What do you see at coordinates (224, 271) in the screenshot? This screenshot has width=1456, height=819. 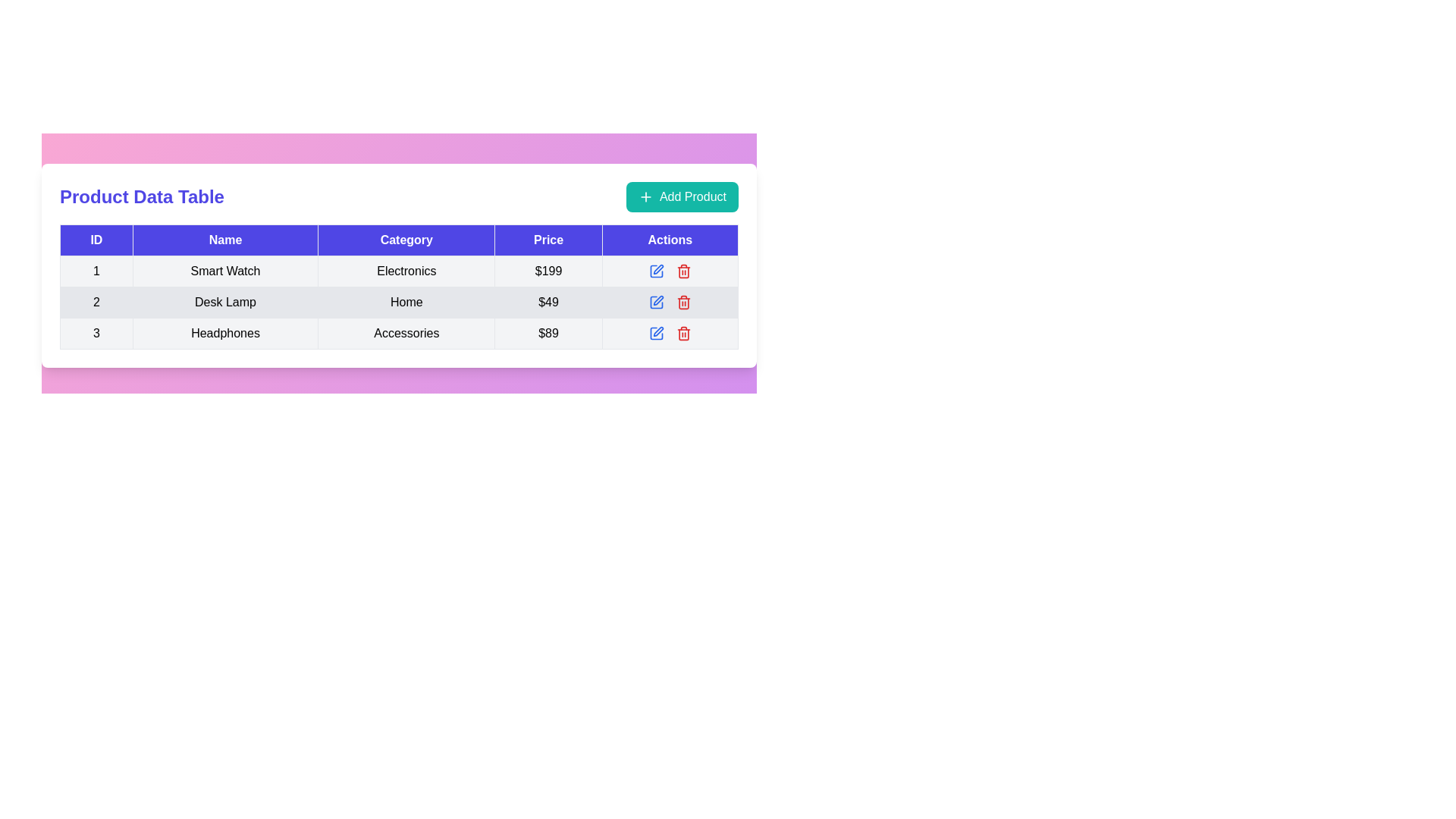 I see `text from the 'Name' field of the first entry in the product data table, which is identified as 'Smart Watch'` at bounding box center [224, 271].